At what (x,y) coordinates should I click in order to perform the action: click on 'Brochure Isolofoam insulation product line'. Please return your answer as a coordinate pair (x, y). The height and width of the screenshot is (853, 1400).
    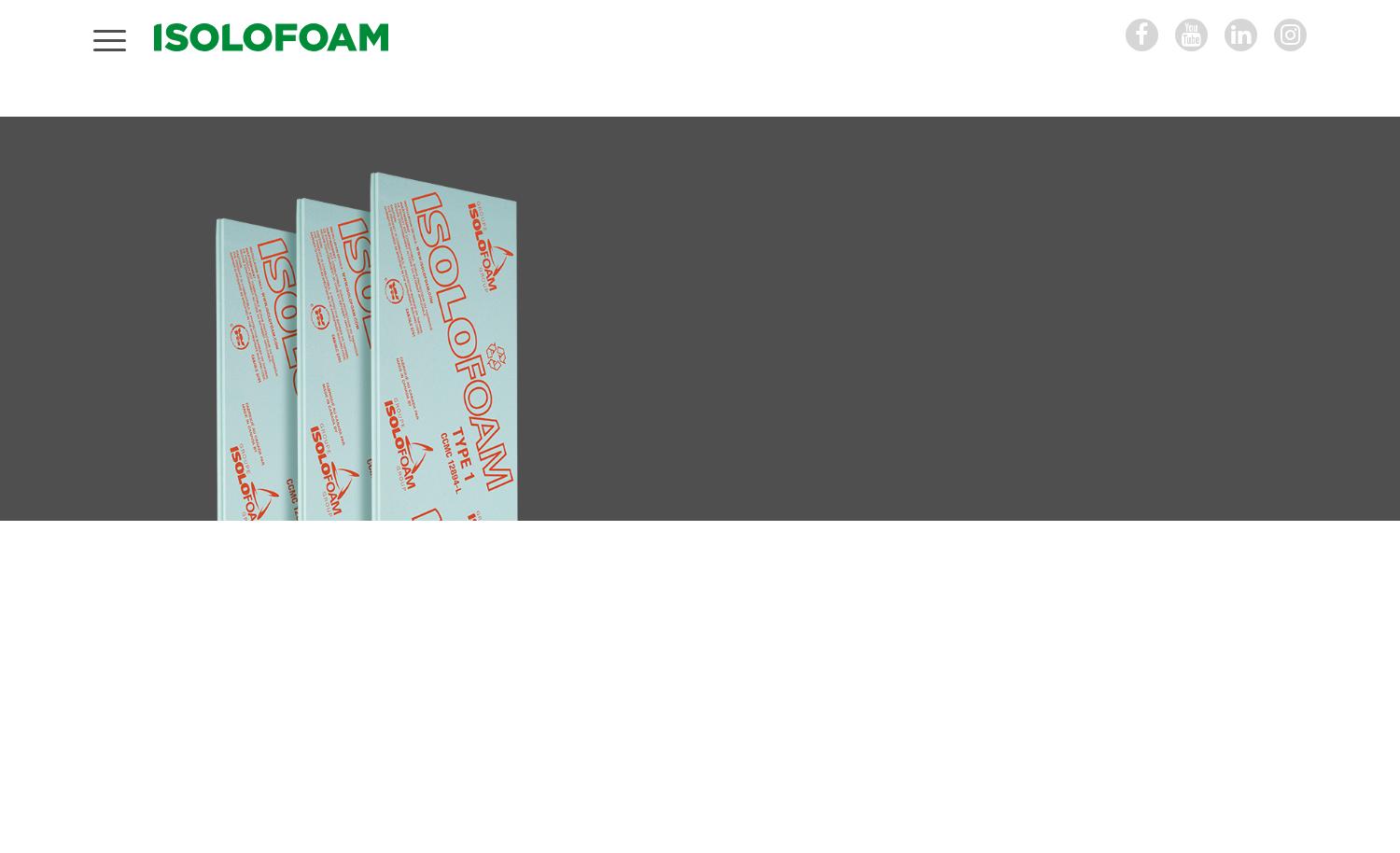
    Looking at the image, I should click on (947, 715).